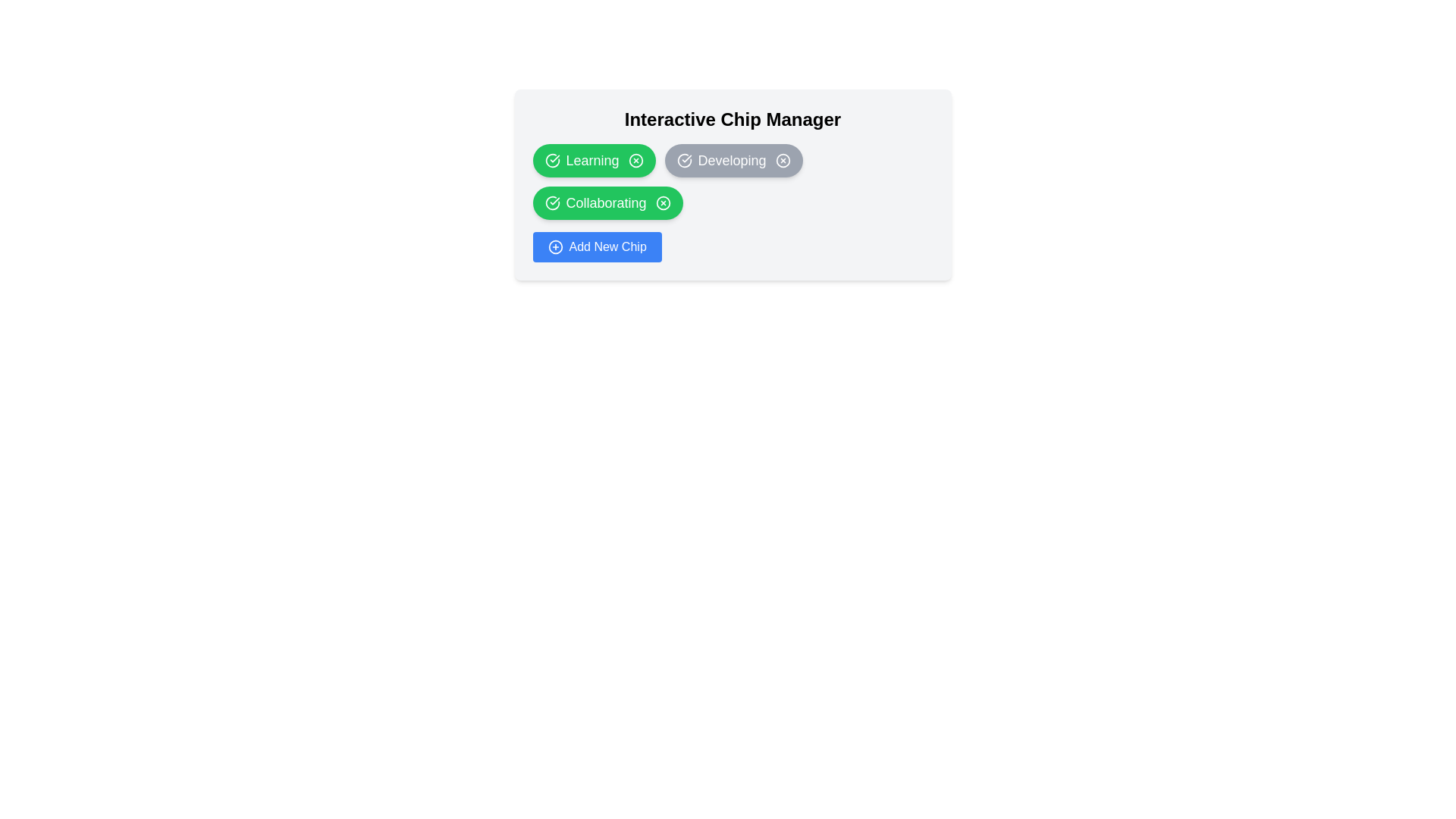 The width and height of the screenshot is (1456, 819). I want to click on the circular button-like UI component that is part of the 'Developing' chip, so click(783, 161).